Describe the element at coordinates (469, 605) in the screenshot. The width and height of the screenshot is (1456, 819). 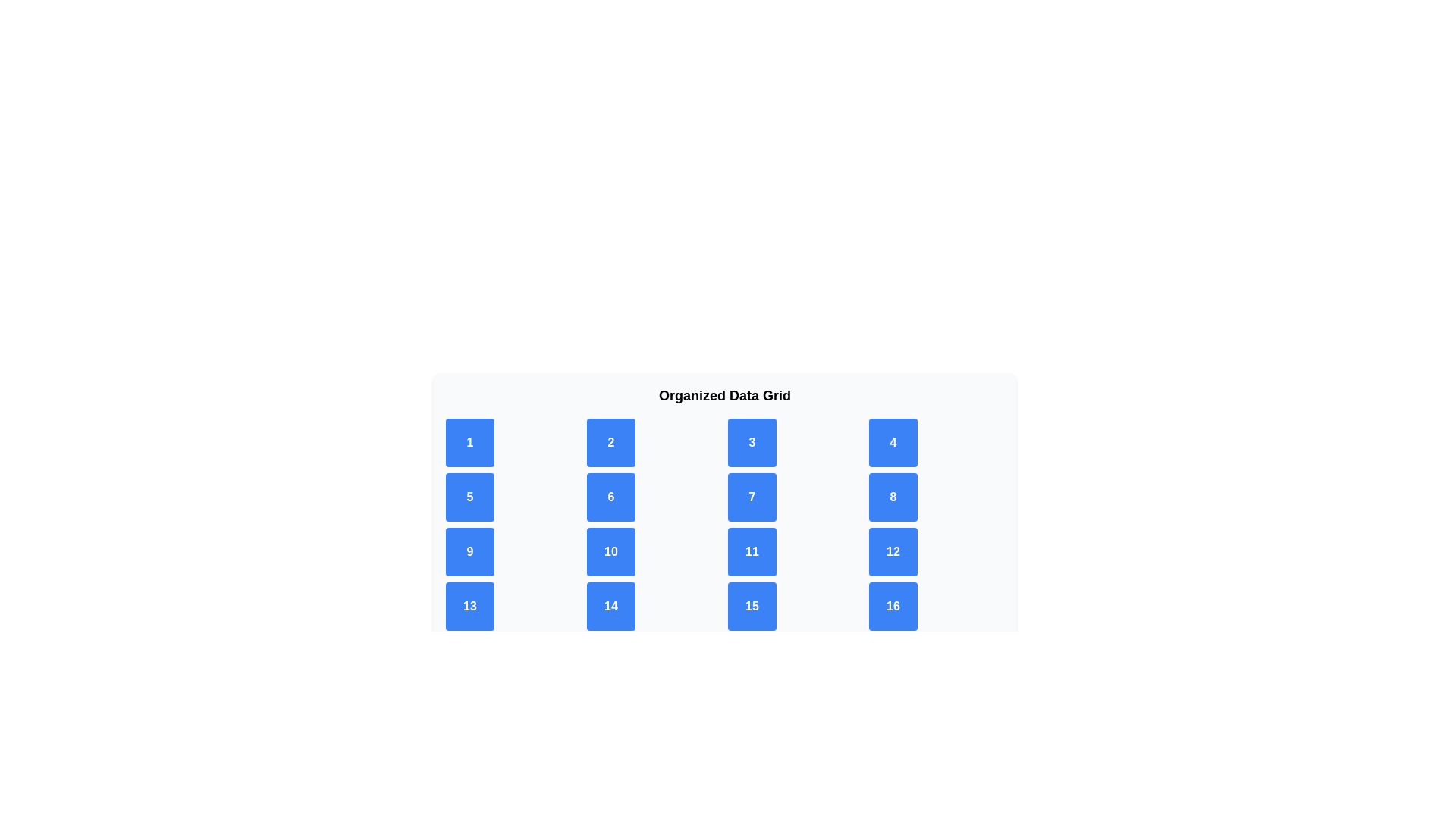
I see `the rounded square blue button labeled '13' that is located in the fourth row and the first column of a 4x4 grid layout` at that location.